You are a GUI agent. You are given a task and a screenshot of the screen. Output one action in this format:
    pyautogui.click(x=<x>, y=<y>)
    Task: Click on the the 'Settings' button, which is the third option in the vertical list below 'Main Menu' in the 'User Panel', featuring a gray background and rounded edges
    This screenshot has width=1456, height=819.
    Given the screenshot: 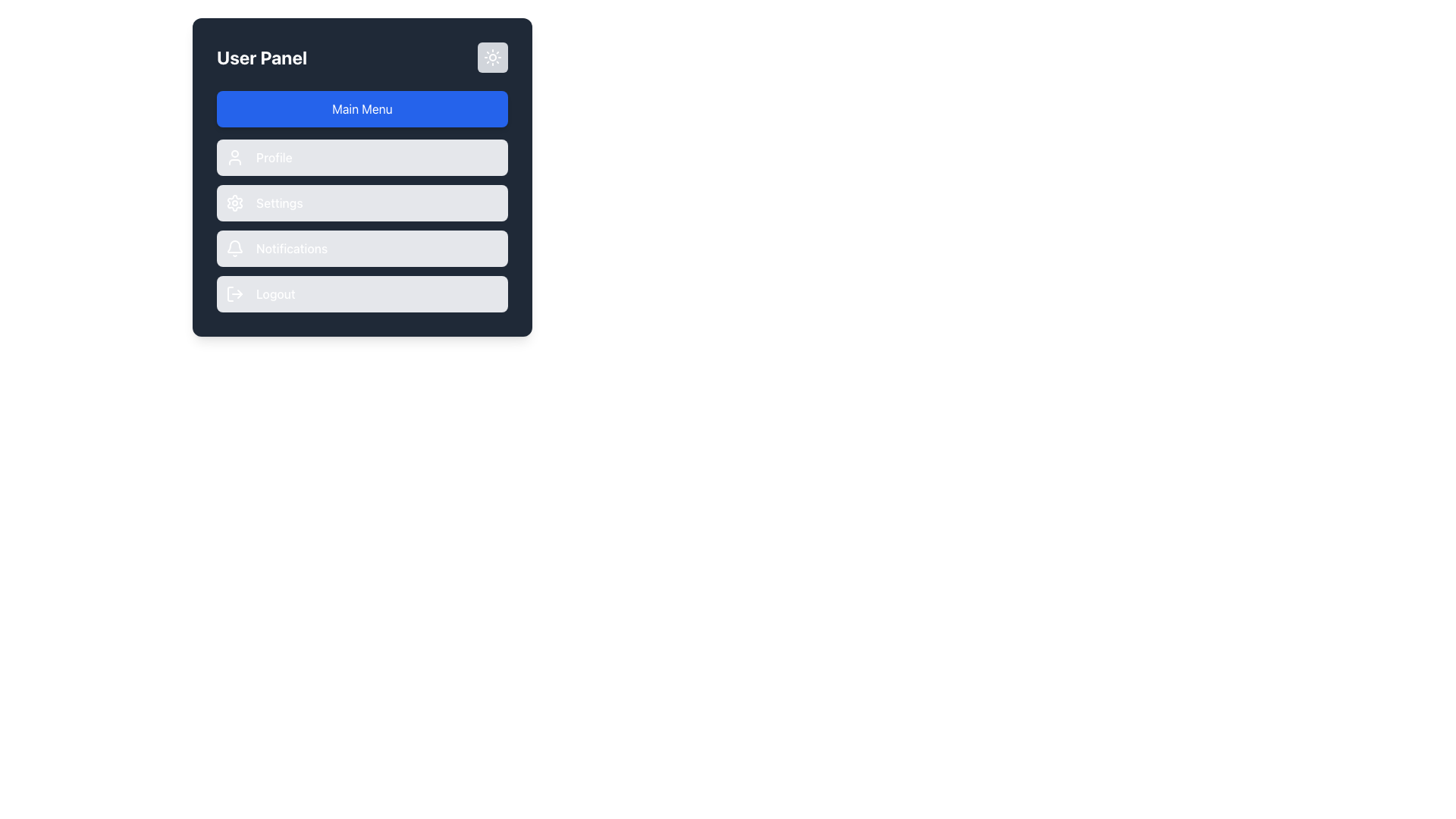 What is the action you would take?
    pyautogui.click(x=362, y=177)
    